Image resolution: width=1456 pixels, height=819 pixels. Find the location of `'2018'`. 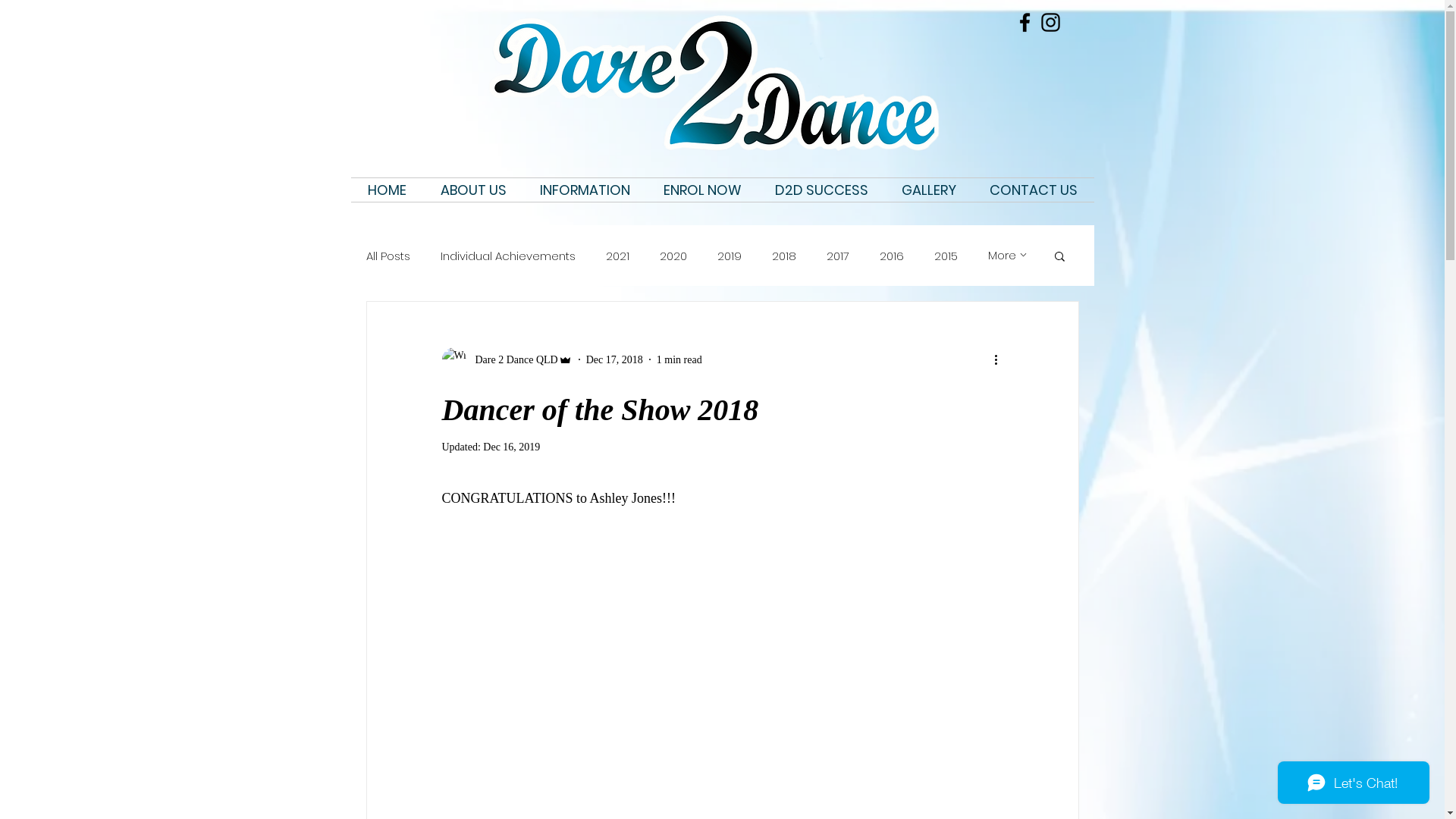

'2018' is located at coordinates (783, 255).